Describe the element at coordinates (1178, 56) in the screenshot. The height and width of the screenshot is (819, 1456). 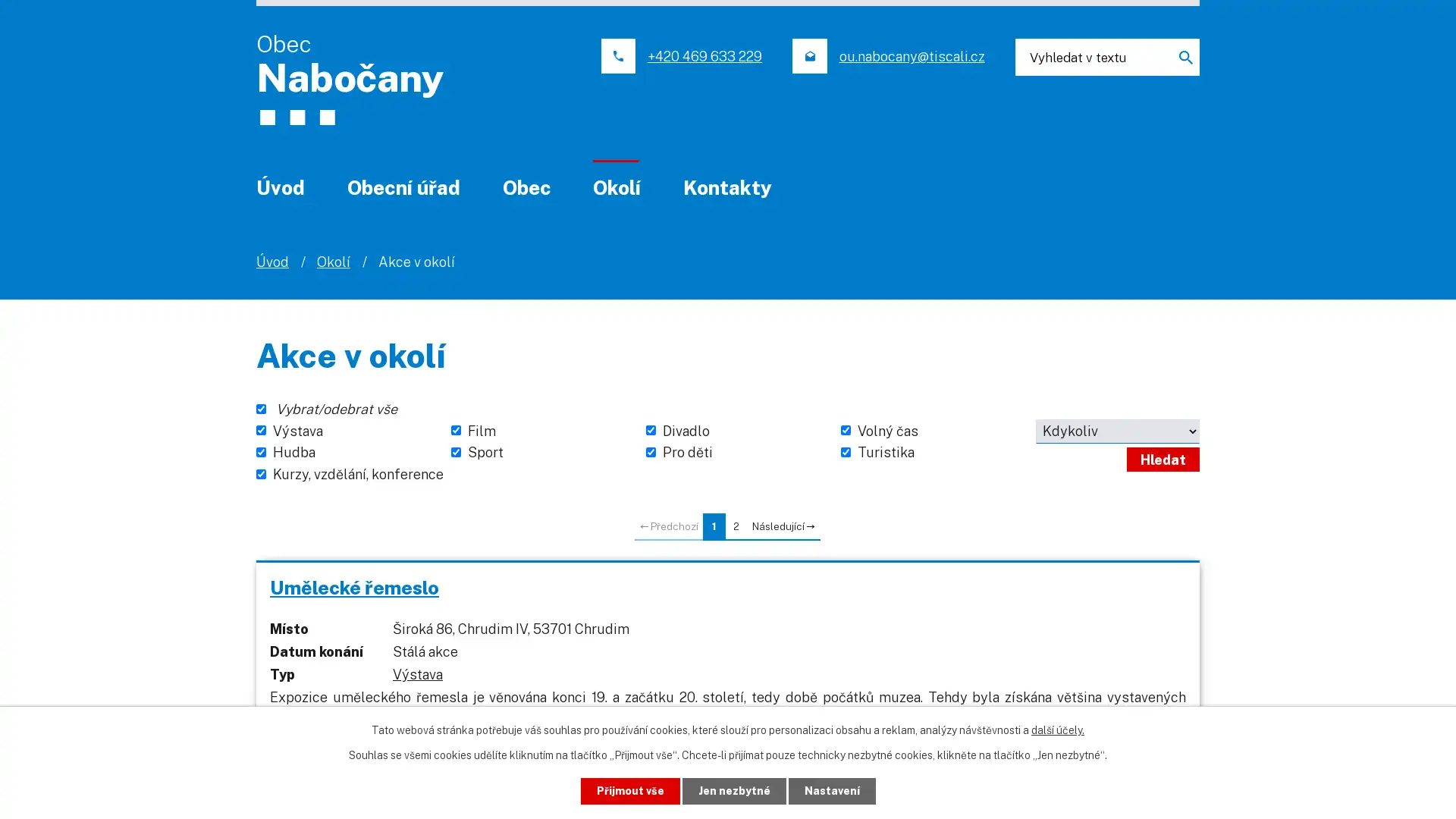
I see `Hledat` at that location.